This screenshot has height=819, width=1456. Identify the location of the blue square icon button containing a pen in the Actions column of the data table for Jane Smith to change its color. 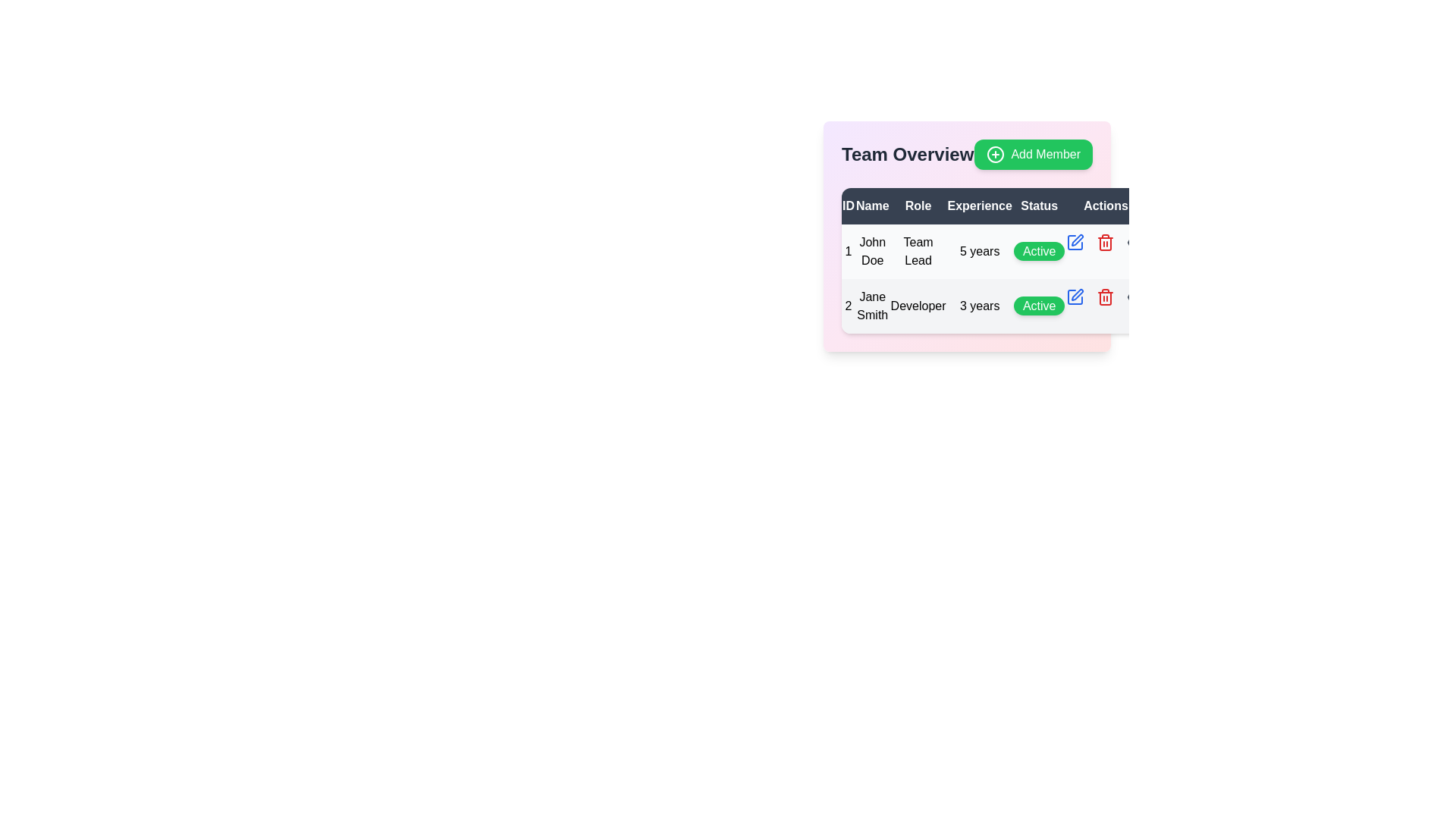
(1075, 297).